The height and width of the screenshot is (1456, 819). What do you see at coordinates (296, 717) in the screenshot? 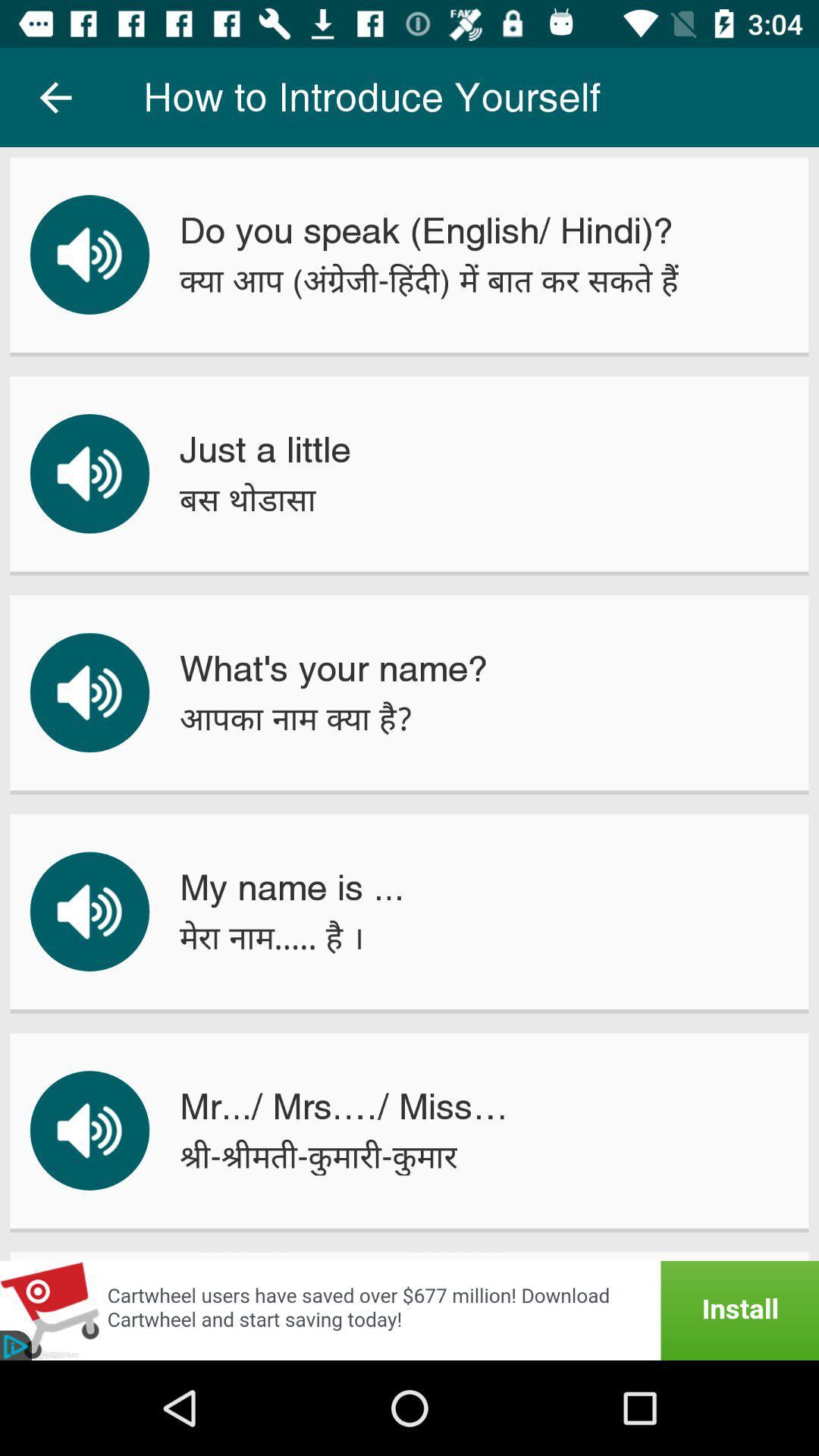
I see `the item above the my name is ... icon` at bounding box center [296, 717].